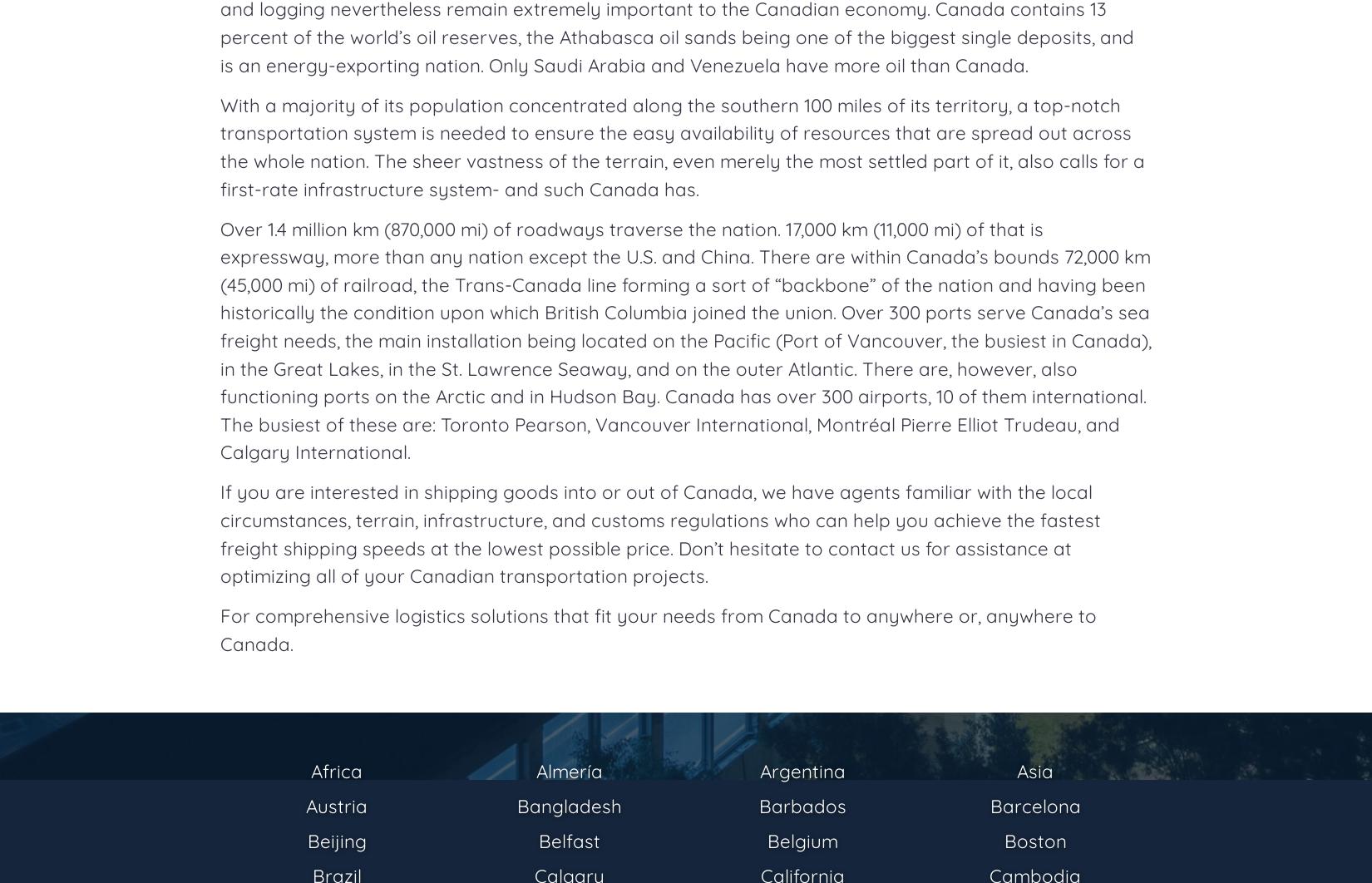 This screenshot has width=1372, height=883. I want to click on 'Over 1.4 million km (870,000 mi) of roadways traverse the nation. 17,000 km (11,000 mi) of that is expressway, more than any nation except the U.S. and China. There are within Canada’s bounds 72,000 km (45,000 mi) of railroad, the Trans-Canada line forming a sort of “backbone” of the nation and having been historically the condition upon which British Columbia joined the union. Over 300 ports serve Canada’s sea freight needs, the main installation being located on the Pacific (Port of Vancouver, the busiest in Canada), in the Great Lakes, in the St. Lawrence Seaway, and on the outer Atlantic. There are, however, also functioning ports on the Arctic and in Hudson Bay. Canada has over 300 airports, 10 of them international. The busiest of these are: Toronto Pearson, Vancouver International, Montréal Pierre Elliot Trudeau, and Calgary International.', so click(220, 339).